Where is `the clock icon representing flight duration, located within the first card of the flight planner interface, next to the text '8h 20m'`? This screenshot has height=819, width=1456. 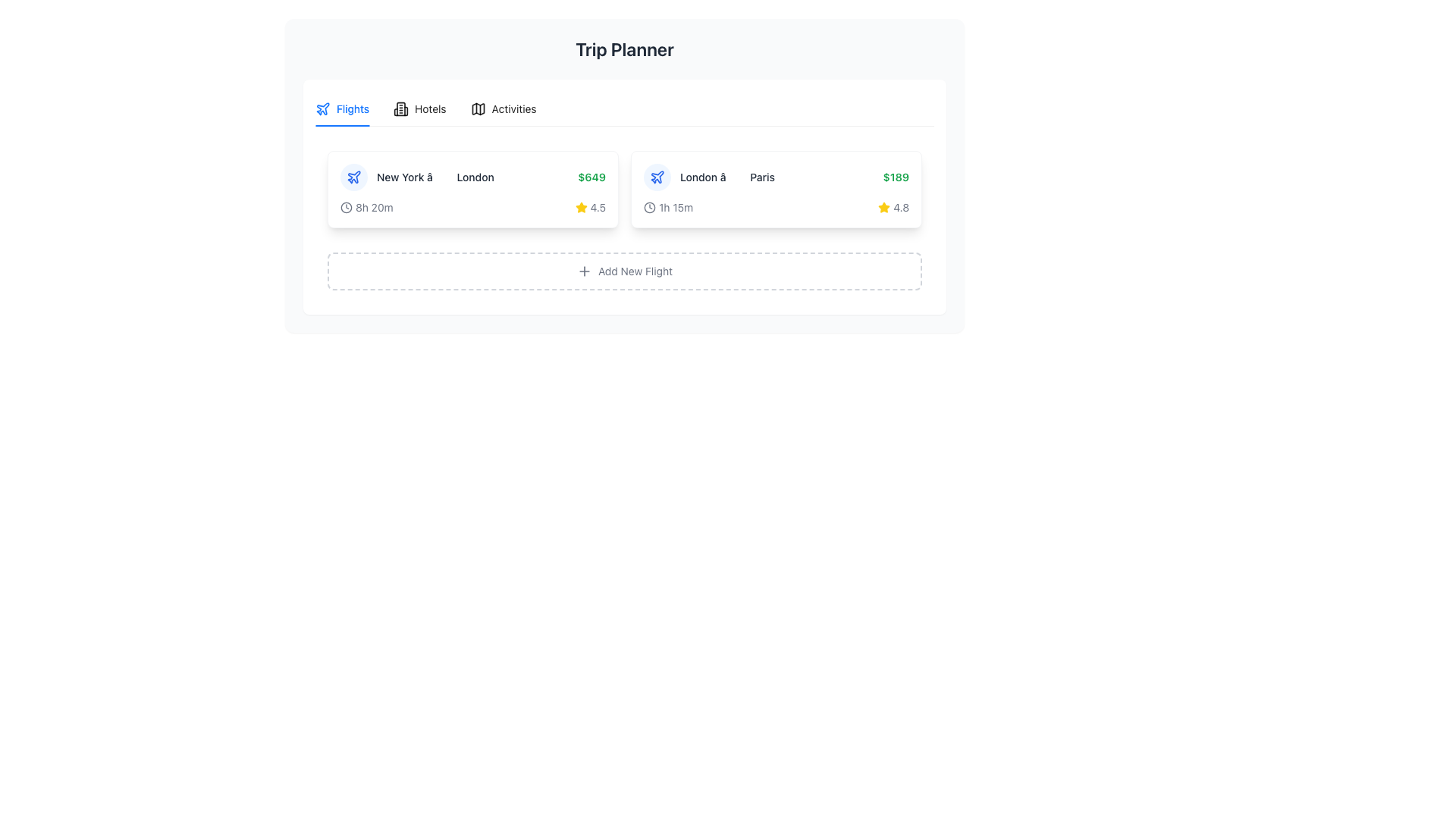 the clock icon representing flight duration, located within the first card of the flight planner interface, next to the text '8h 20m' is located at coordinates (345, 207).